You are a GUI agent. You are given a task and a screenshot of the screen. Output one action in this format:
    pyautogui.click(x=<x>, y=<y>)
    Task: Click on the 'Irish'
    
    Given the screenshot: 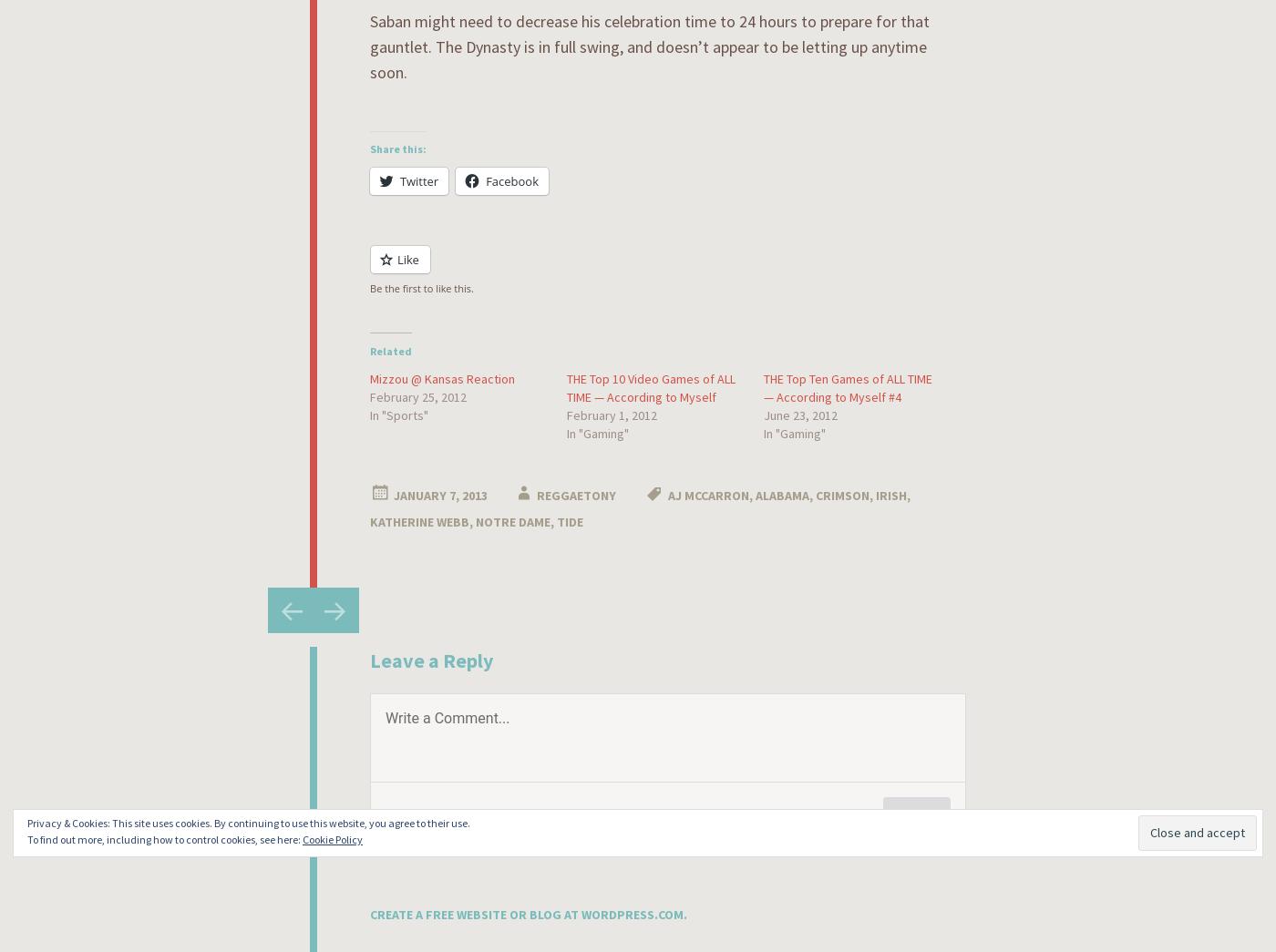 What is the action you would take?
    pyautogui.click(x=891, y=494)
    